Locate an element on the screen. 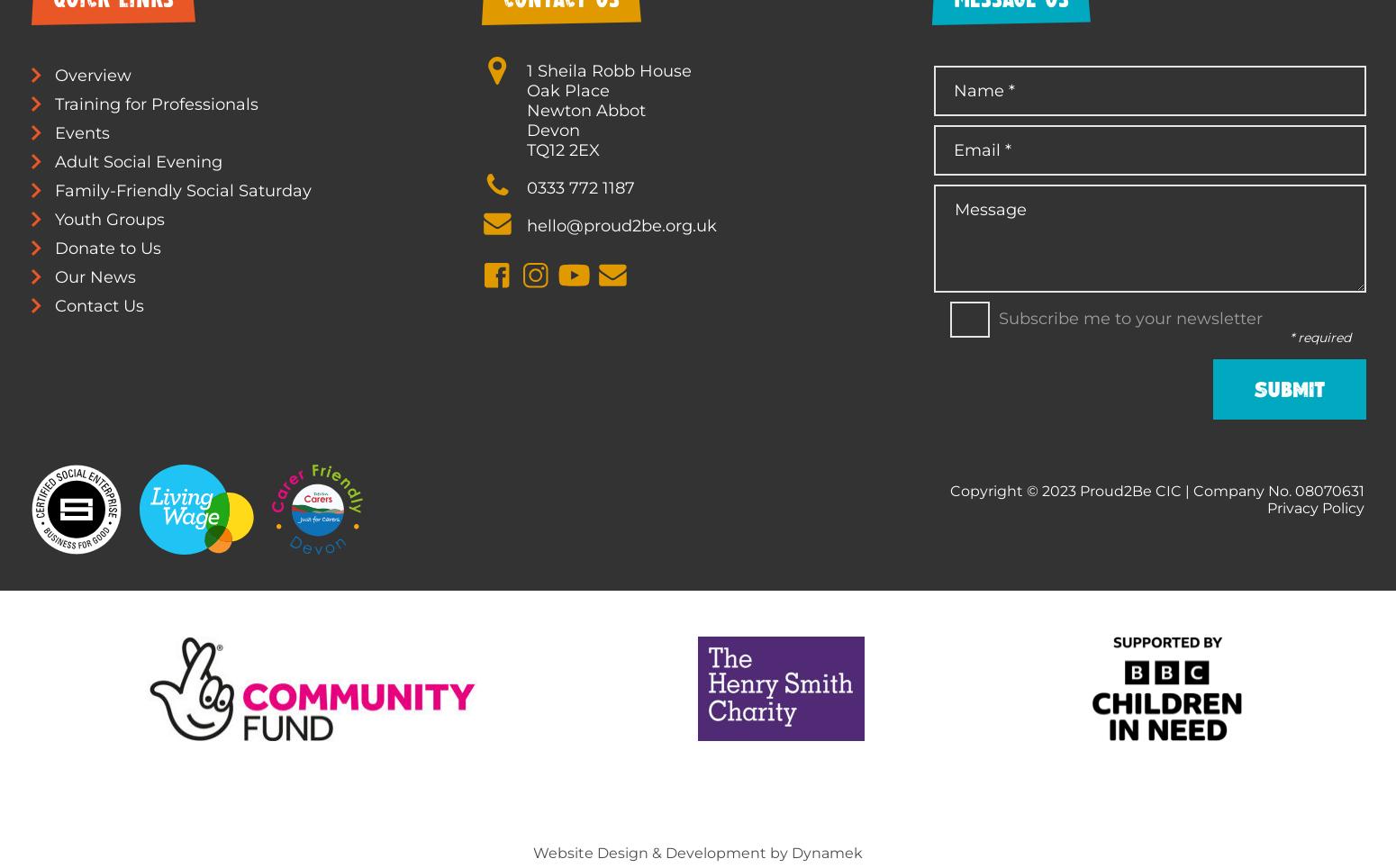 The image size is (1396, 868). 'Family-Friendly Social Saturday' is located at coordinates (182, 190).